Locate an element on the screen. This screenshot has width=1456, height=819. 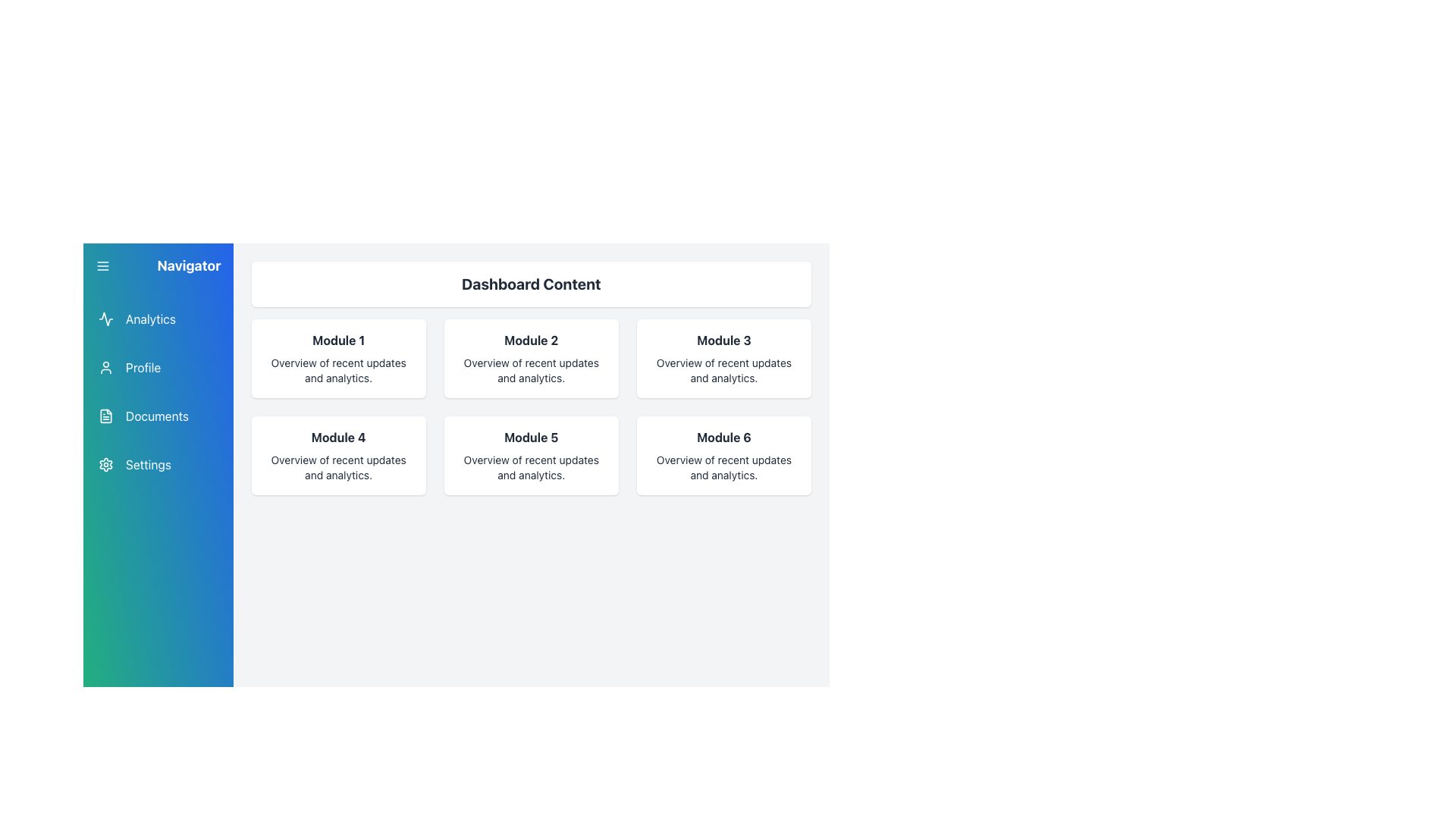
the graphical icon resembling a sheet of paper with textual lines in the 'Documents' navigation group on the left sidebar is located at coordinates (105, 416).